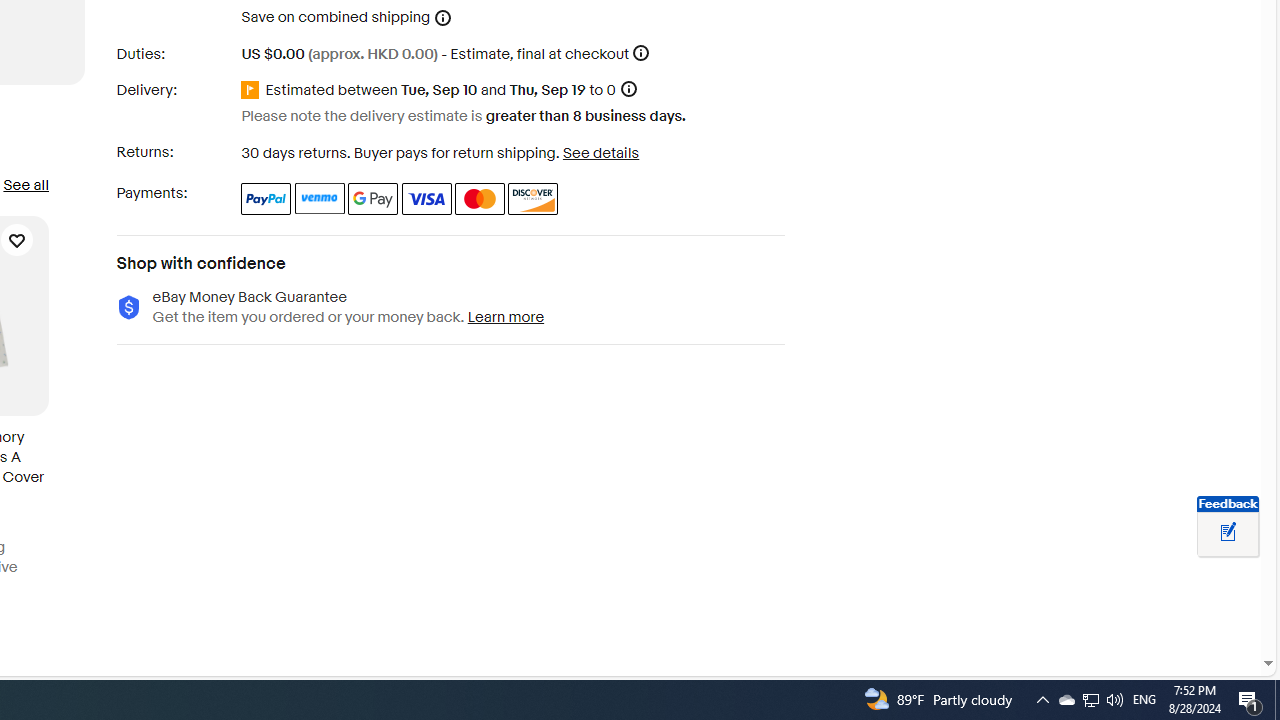 Image resolution: width=1280 pixels, height=720 pixels. Describe the element at coordinates (373, 198) in the screenshot. I see `'Google Pay'` at that location.